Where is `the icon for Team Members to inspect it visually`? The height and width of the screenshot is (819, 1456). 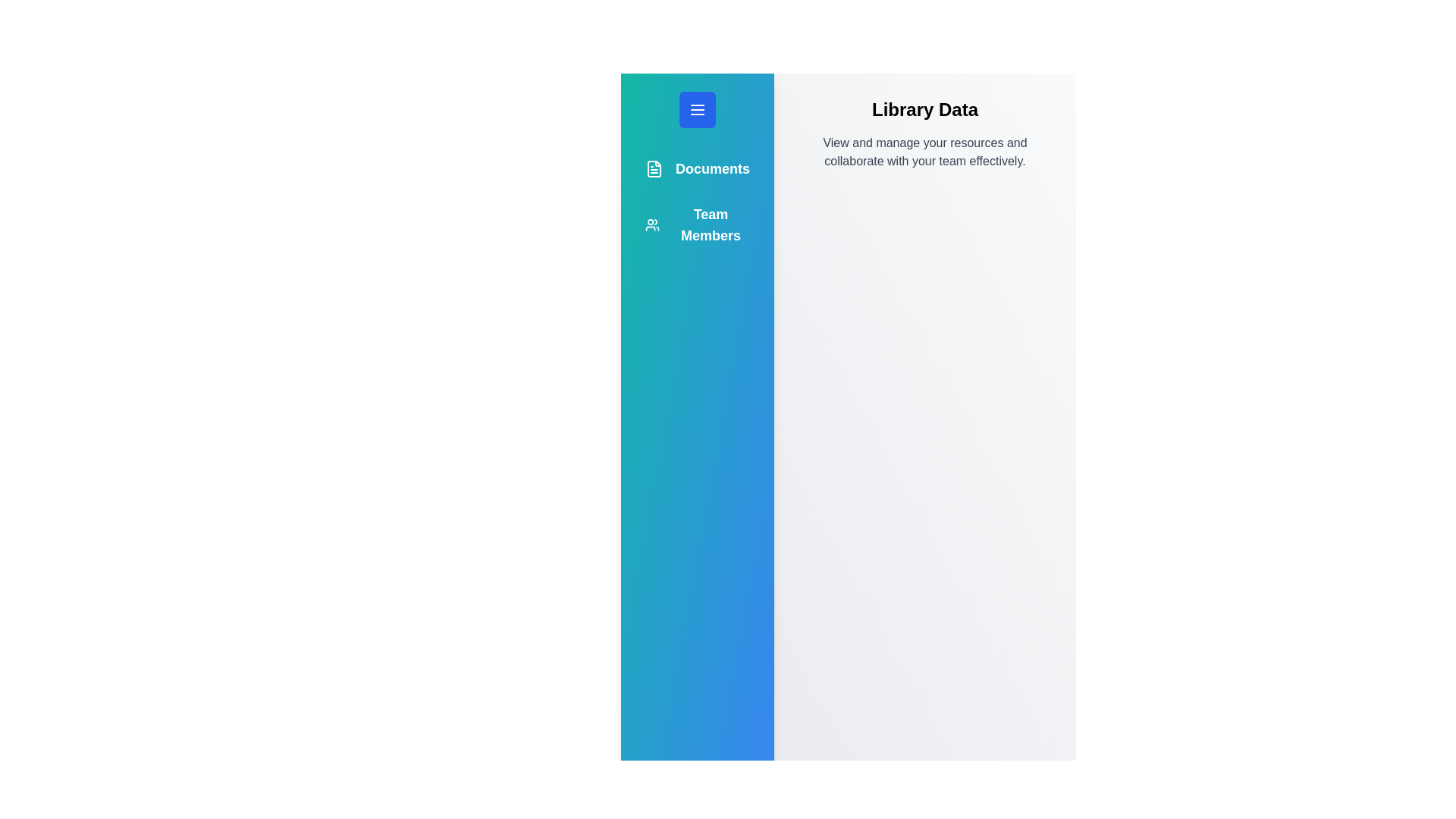 the icon for Team Members to inspect it visually is located at coordinates (651, 225).